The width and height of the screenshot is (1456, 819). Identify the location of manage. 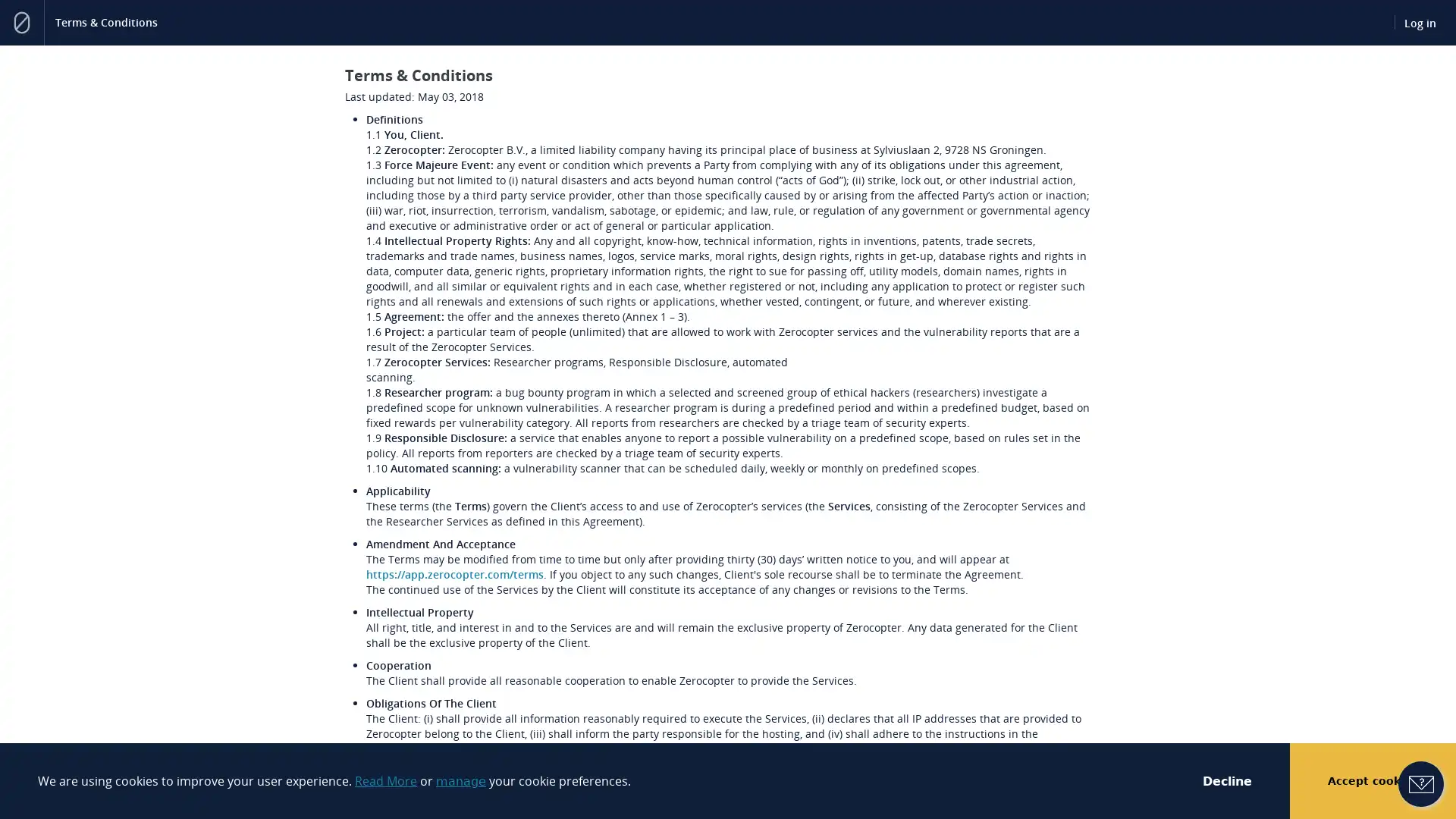
(460, 781).